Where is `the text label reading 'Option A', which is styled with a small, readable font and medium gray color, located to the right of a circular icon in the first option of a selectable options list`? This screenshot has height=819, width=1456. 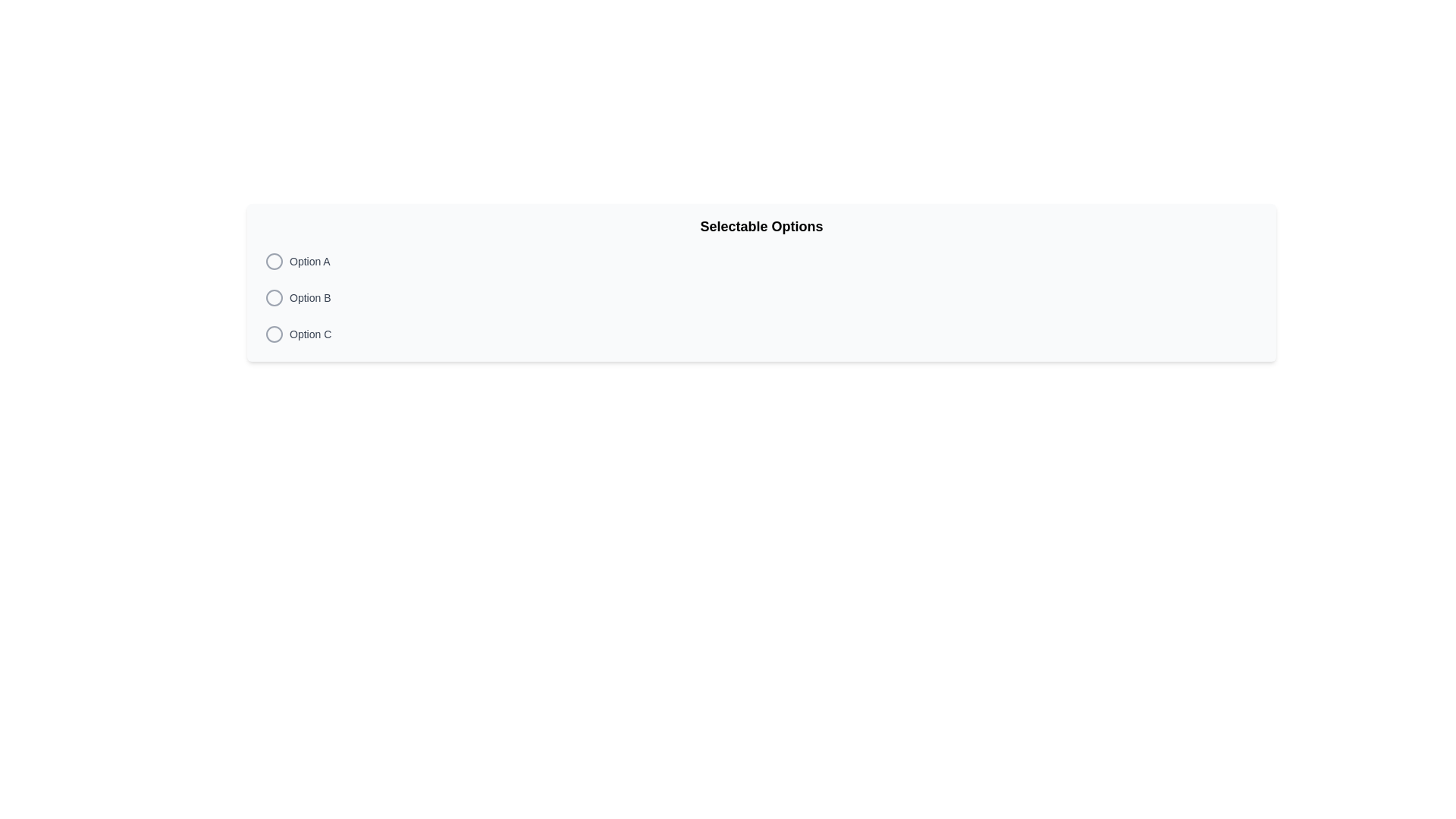 the text label reading 'Option A', which is styled with a small, readable font and medium gray color, located to the right of a circular icon in the first option of a selectable options list is located at coordinates (309, 260).